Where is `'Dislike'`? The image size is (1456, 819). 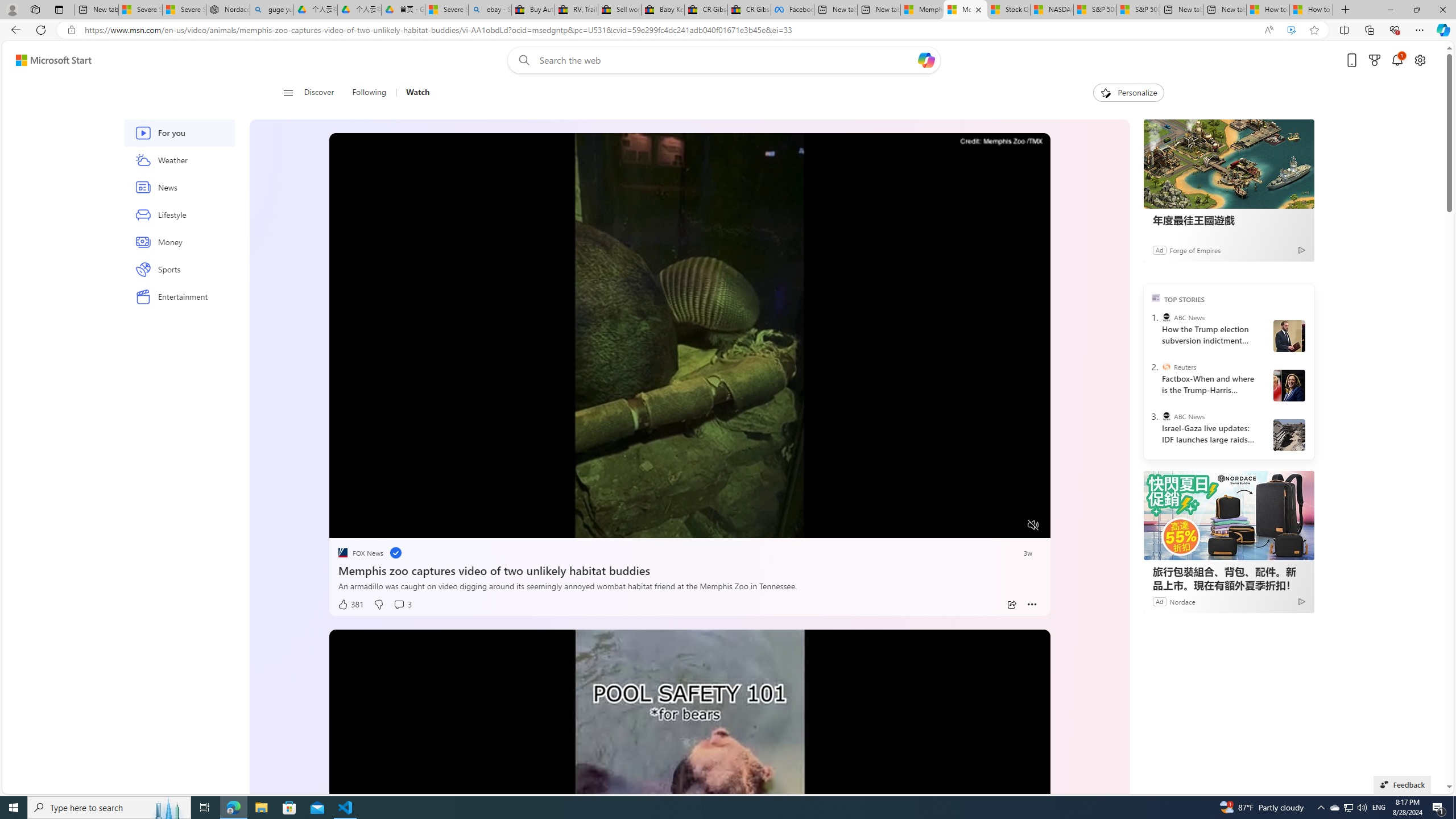
'Dislike' is located at coordinates (378, 604).